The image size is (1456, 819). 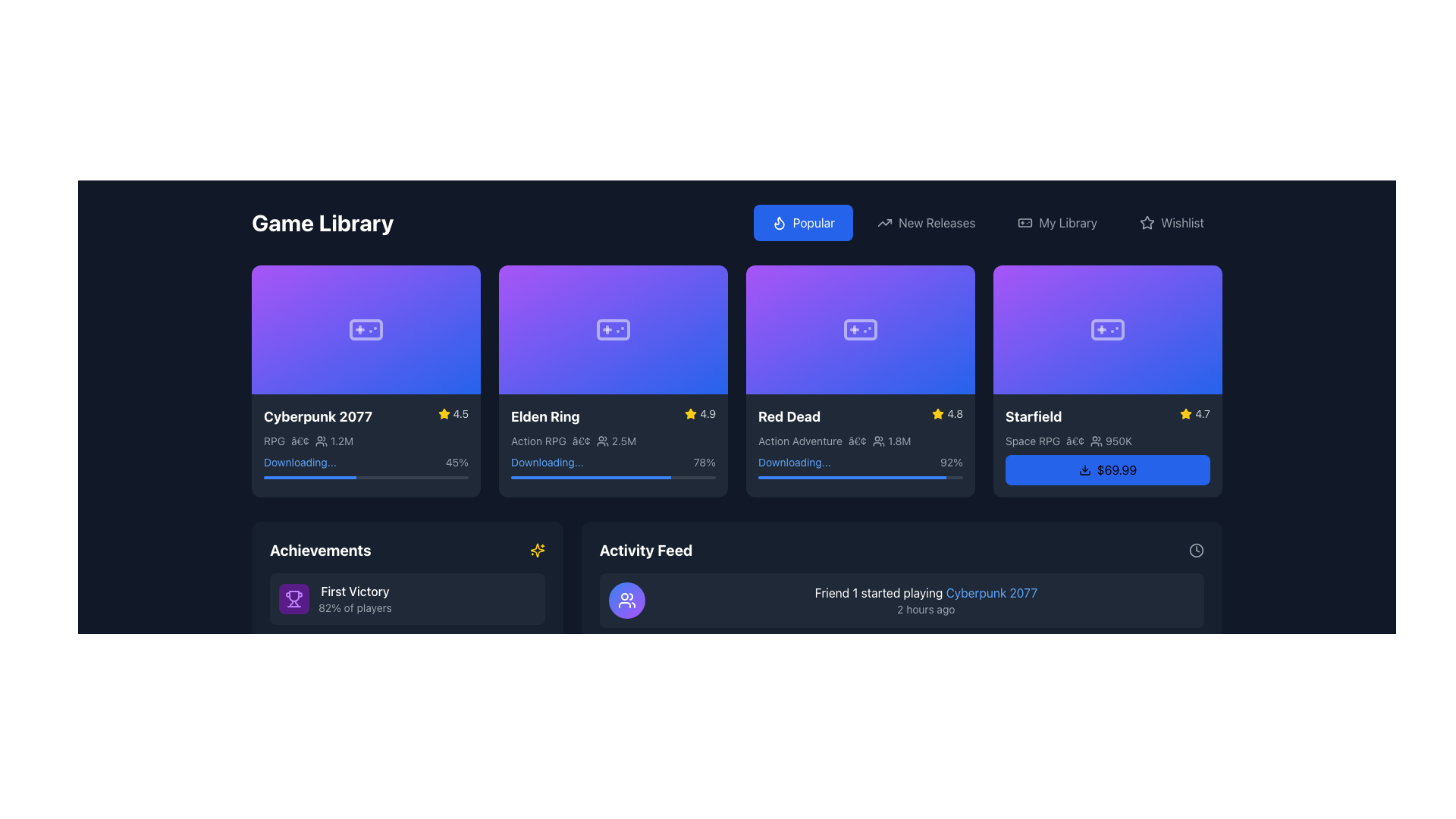 What do you see at coordinates (779, 222) in the screenshot?
I see `the flame icon located to the left of the blue 'Popular' button at the top section of the interface, which signifies trending content` at bounding box center [779, 222].